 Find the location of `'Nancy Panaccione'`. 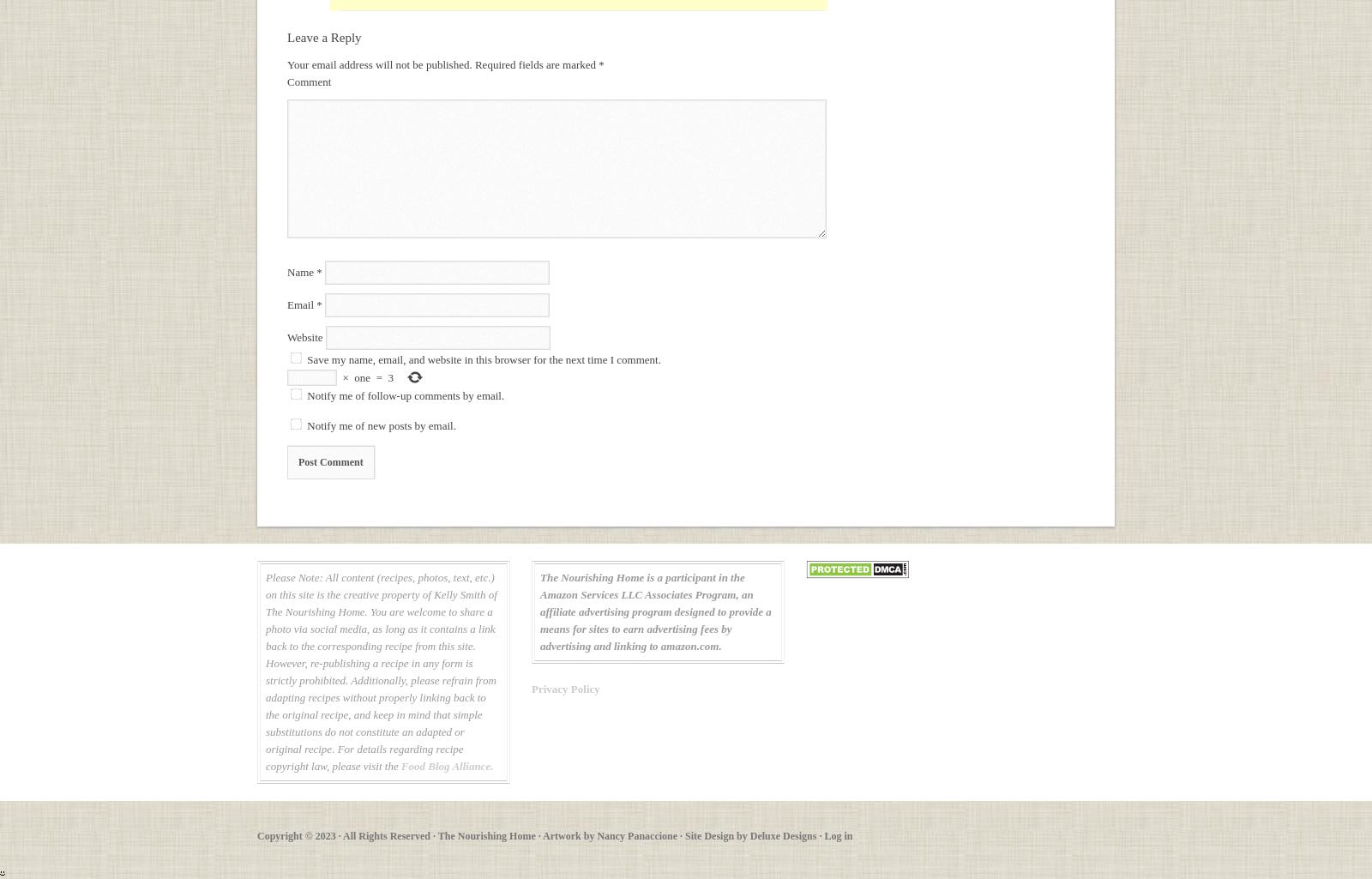

'Nancy Panaccione' is located at coordinates (637, 835).